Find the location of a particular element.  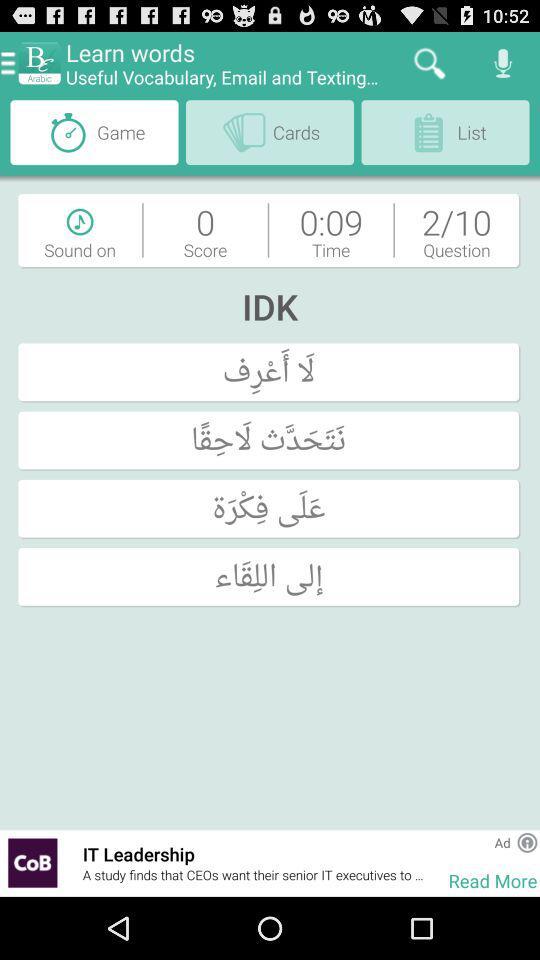

icon next to ad icon is located at coordinates (527, 841).